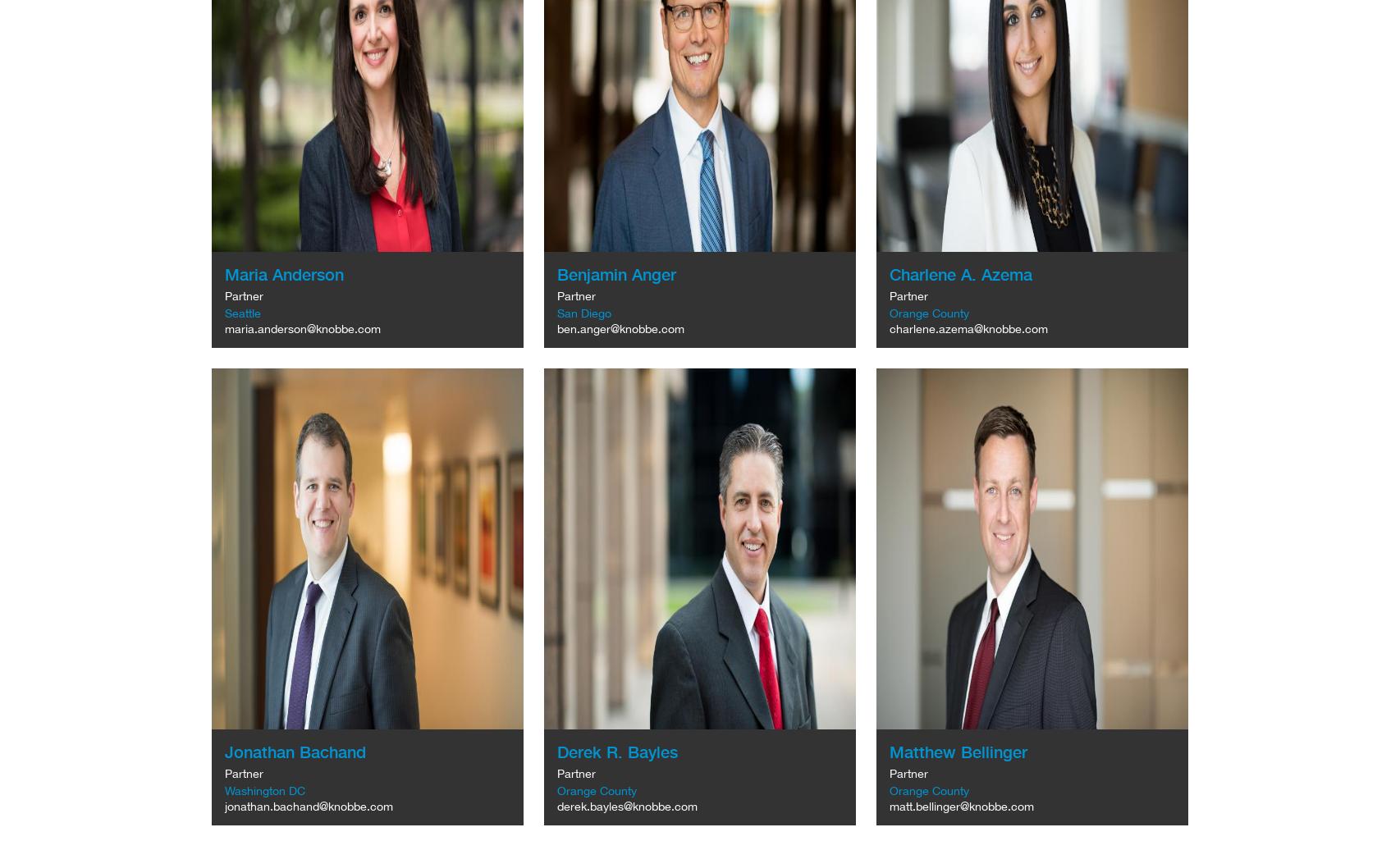  I want to click on 'derek.bayles@knobbe.com', so click(625, 805).